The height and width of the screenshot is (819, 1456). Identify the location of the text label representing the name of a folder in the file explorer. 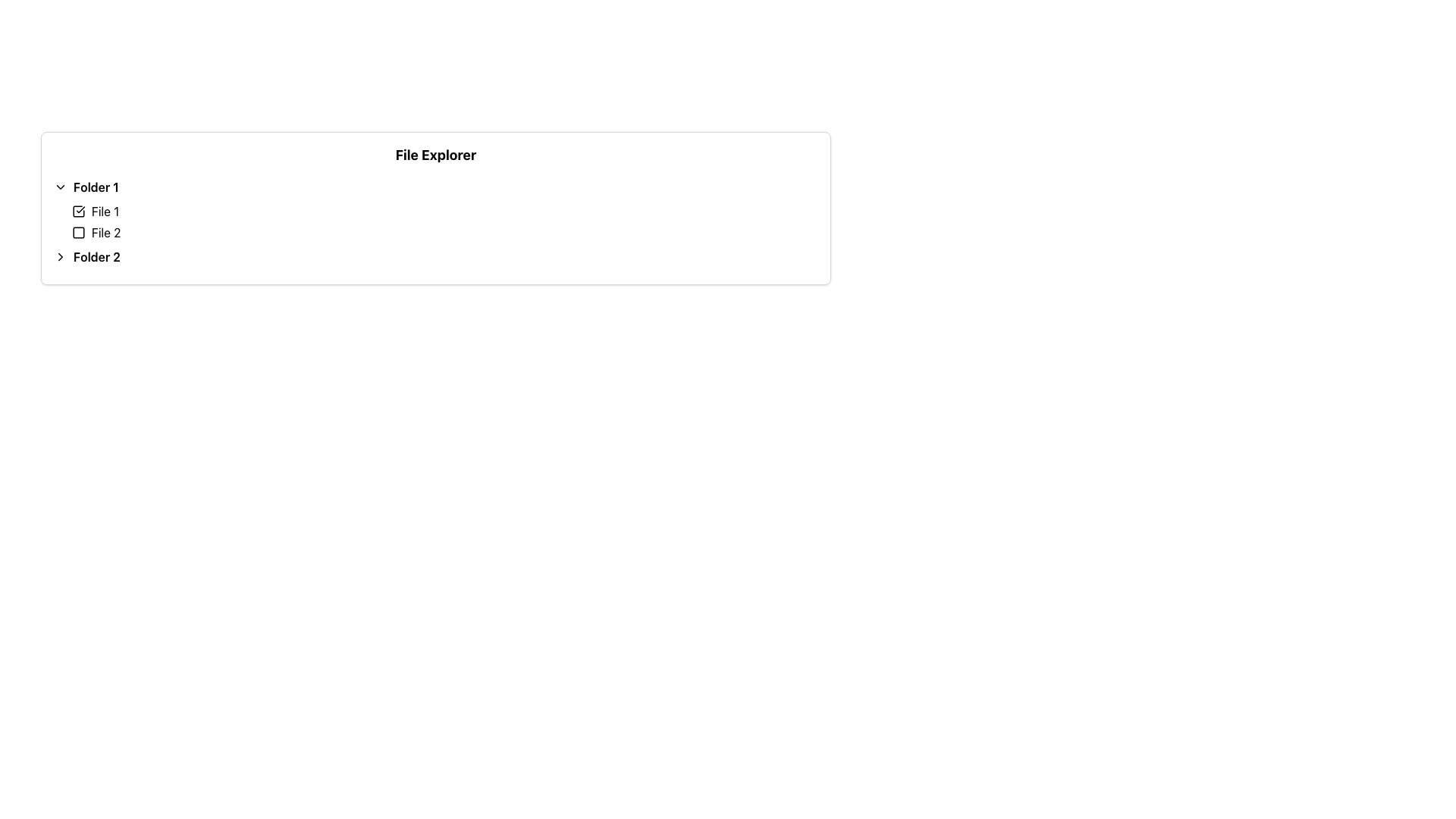
(95, 186).